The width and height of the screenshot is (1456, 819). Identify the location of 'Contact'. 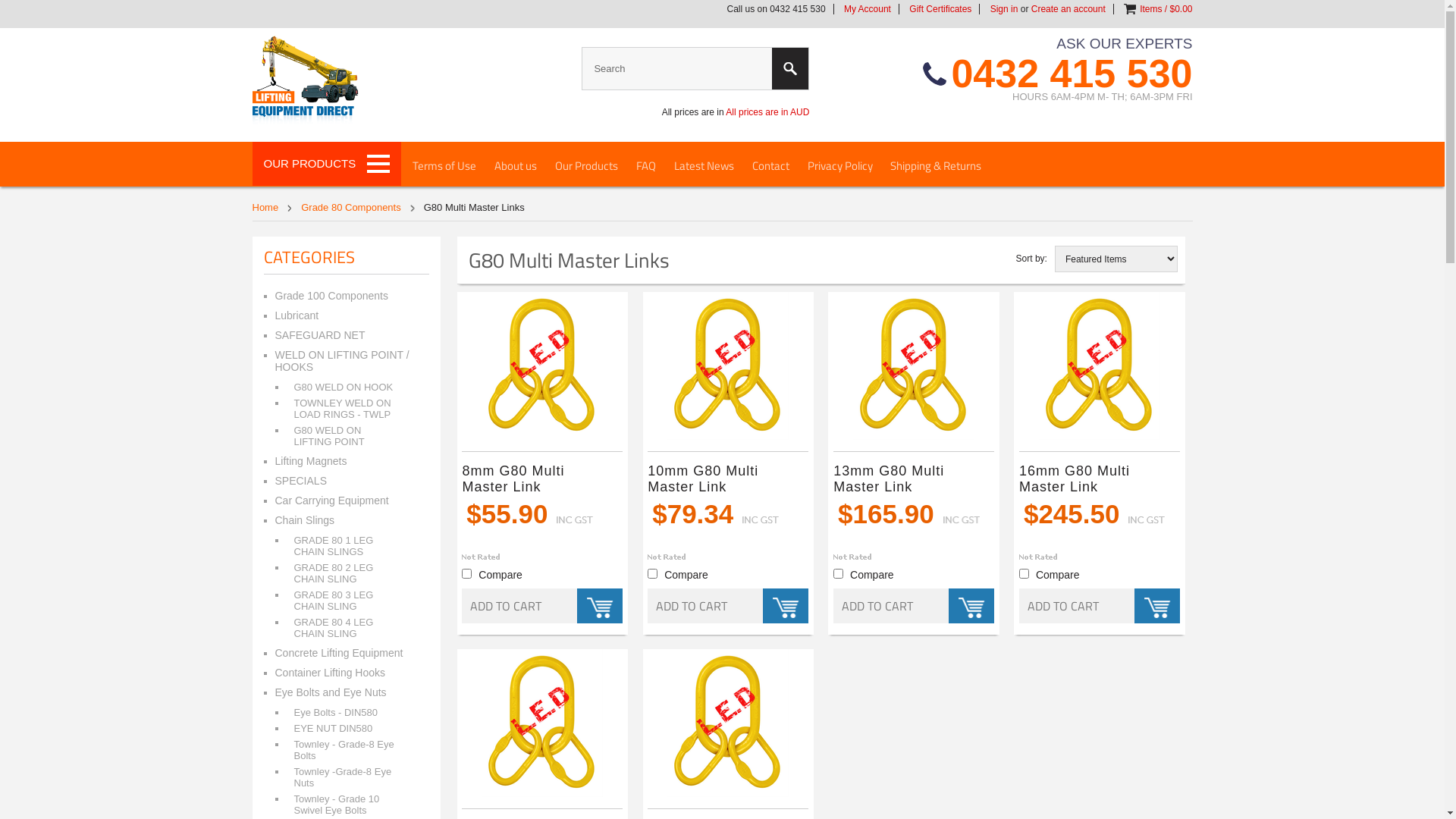
(770, 165).